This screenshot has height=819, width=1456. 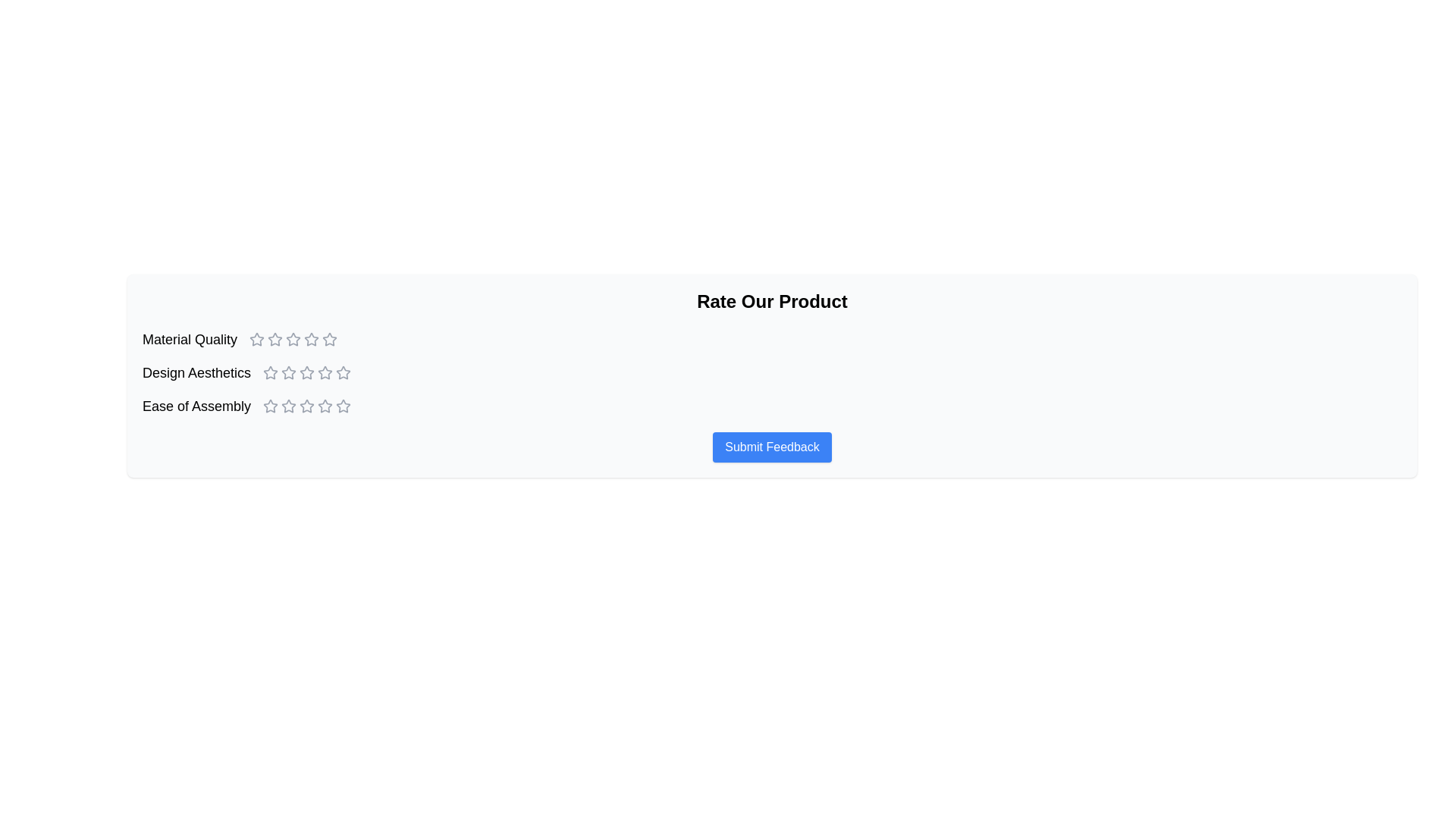 What do you see at coordinates (329, 338) in the screenshot?
I see `the fourth rating star in the 'Material Quality' row` at bounding box center [329, 338].